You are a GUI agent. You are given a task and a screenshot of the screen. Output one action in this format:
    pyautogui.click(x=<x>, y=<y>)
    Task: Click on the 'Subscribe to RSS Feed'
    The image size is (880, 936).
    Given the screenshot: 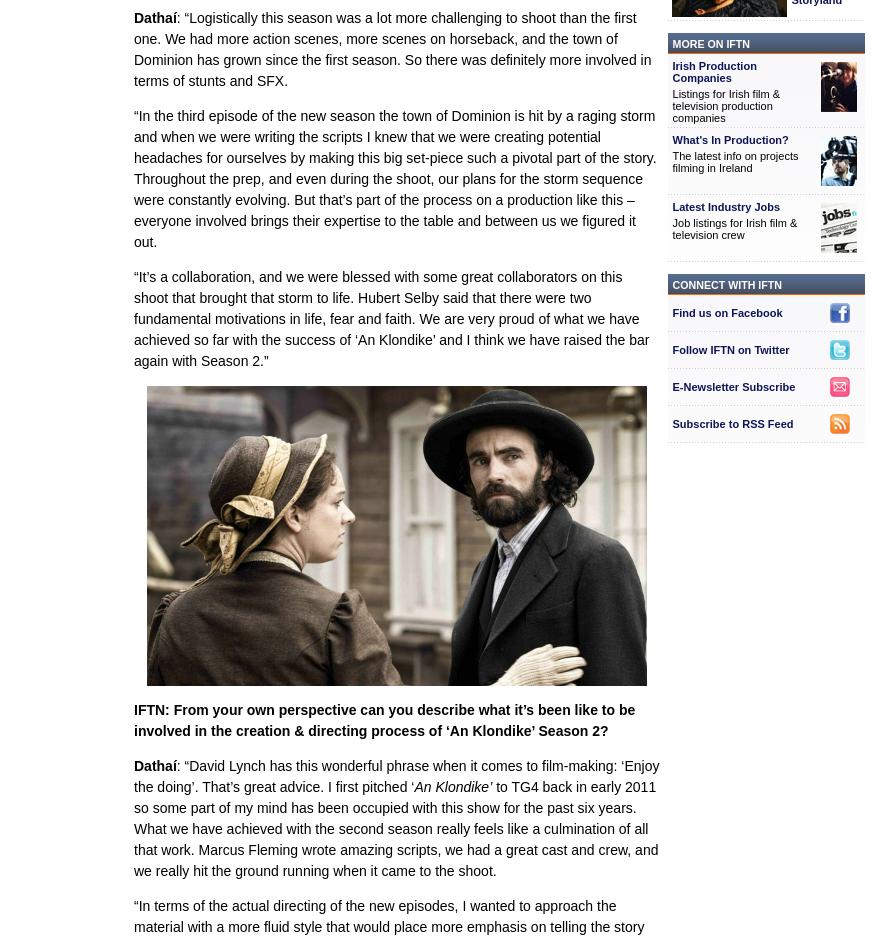 What is the action you would take?
    pyautogui.click(x=732, y=423)
    